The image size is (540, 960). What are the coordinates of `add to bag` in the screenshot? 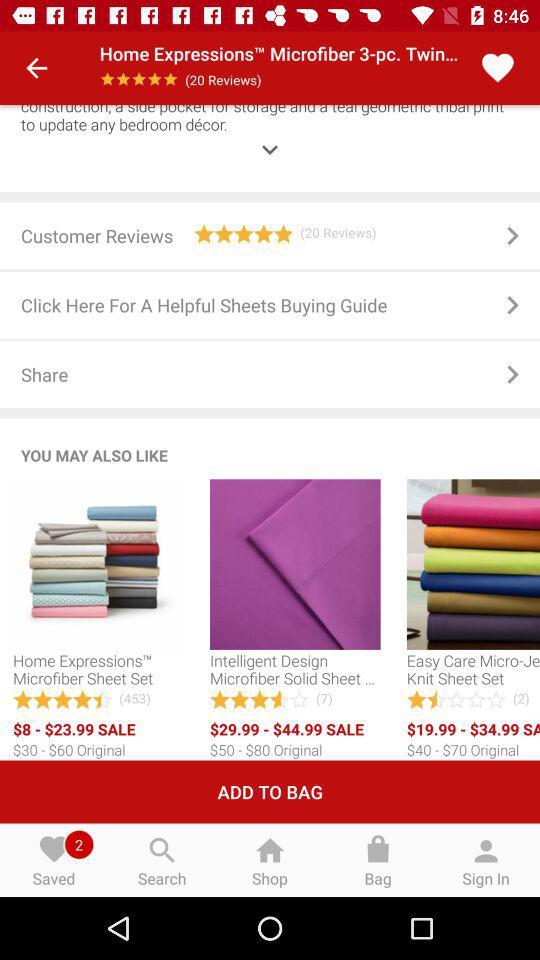 It's located at (270, 792).